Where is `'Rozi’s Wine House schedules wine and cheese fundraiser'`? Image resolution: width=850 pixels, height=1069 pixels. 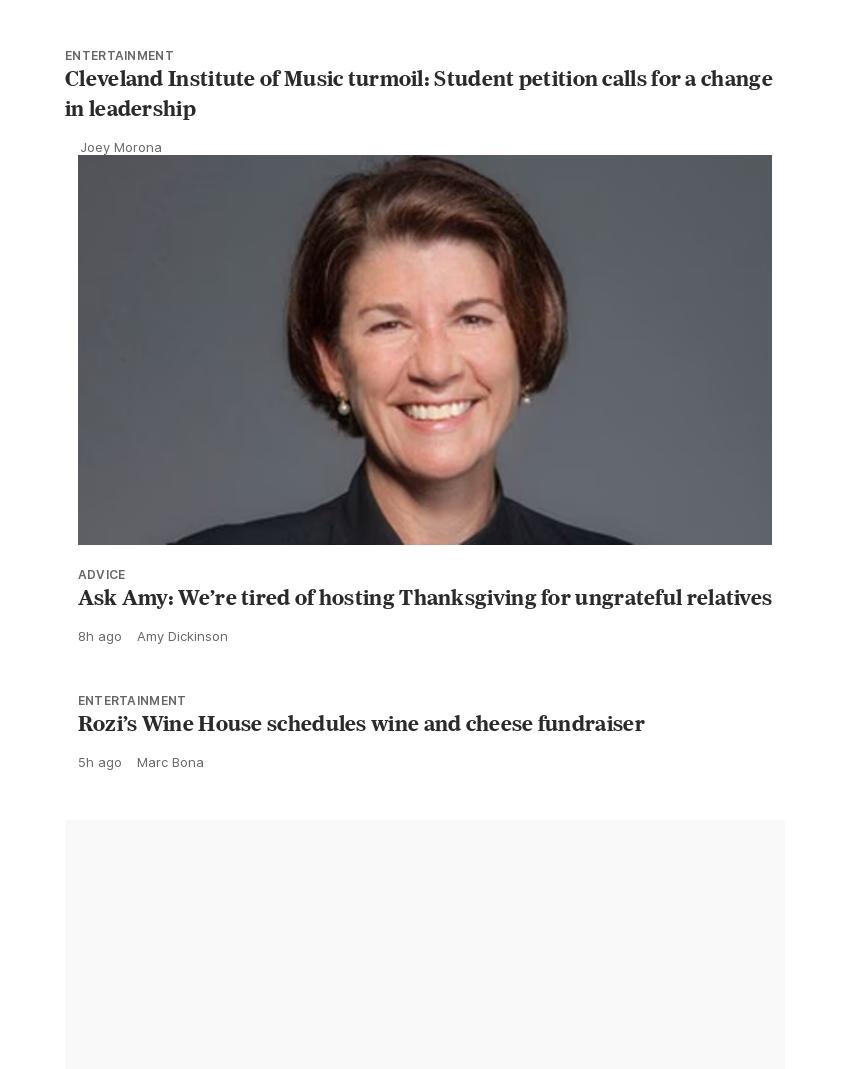 'Rozi’s Wine House schedules wine and cheese fundraiser' is located at coordinates (359, 767).